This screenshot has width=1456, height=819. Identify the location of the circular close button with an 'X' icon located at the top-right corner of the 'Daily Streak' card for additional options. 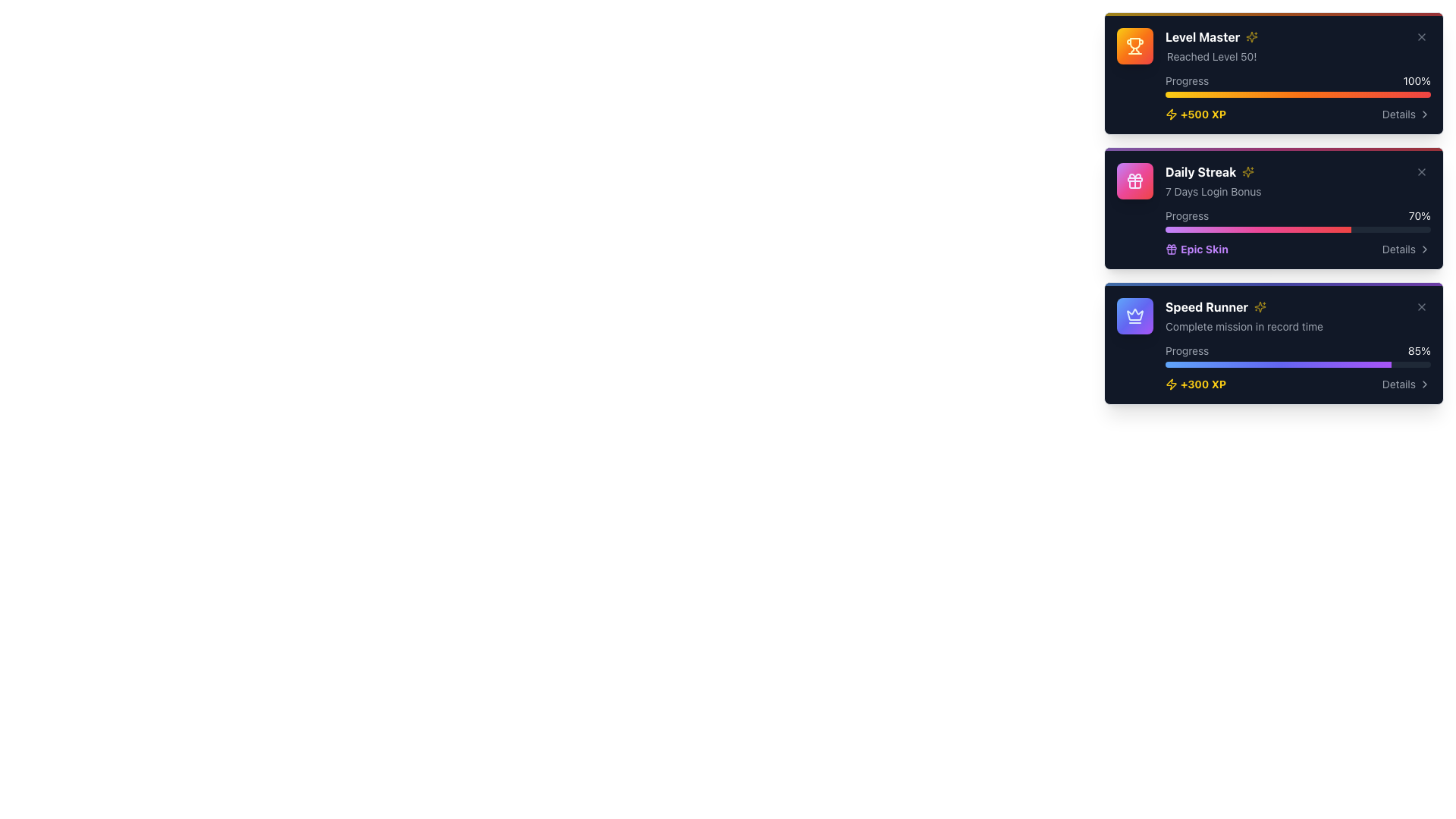
(1421, 171).